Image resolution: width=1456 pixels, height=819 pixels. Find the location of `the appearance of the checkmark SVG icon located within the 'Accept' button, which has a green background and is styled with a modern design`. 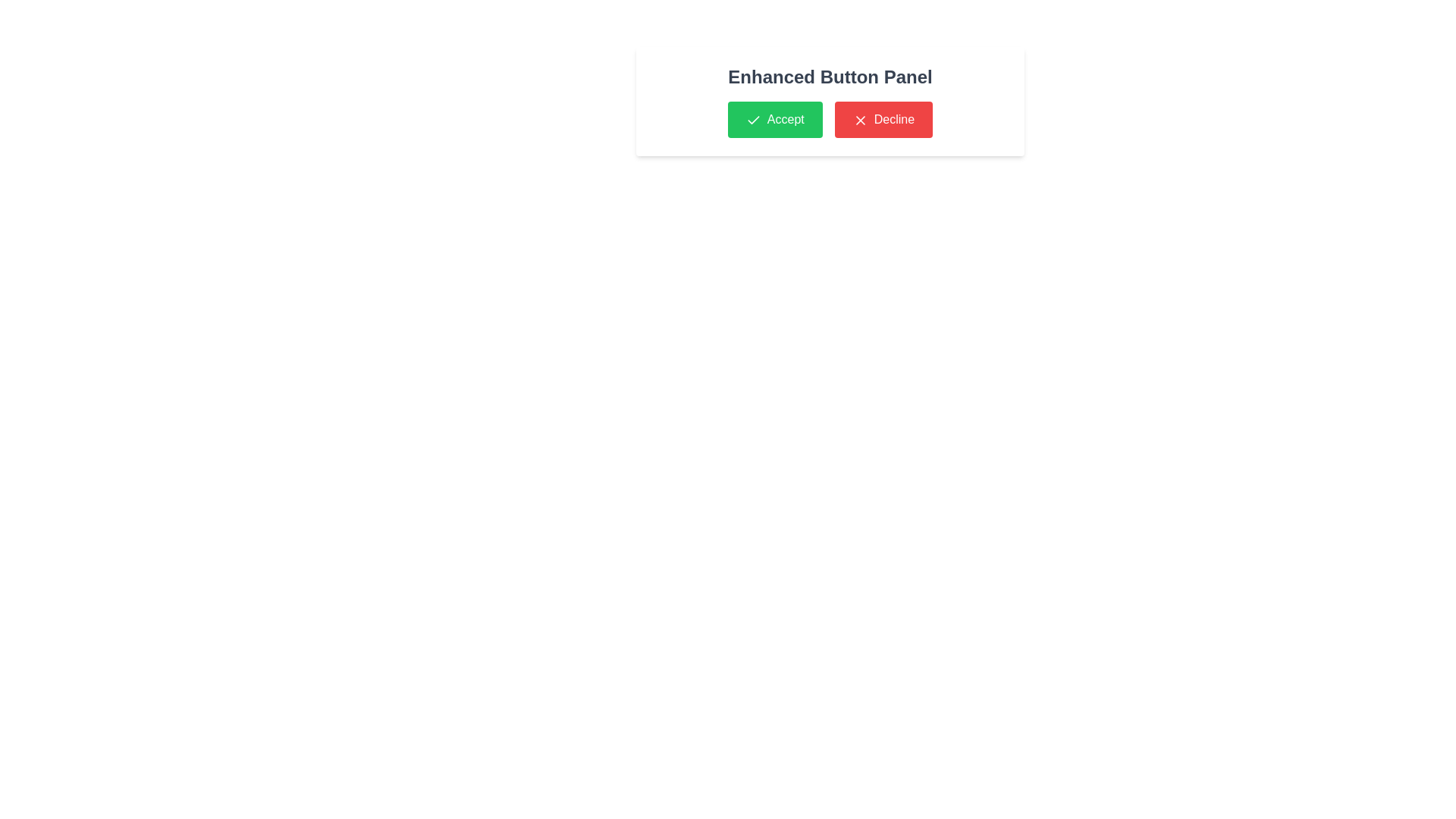

the appearance of the checkmark SVG icon located within the 'Accept' button, which has a green background and is styled with a modern design is located at coordinates (753, 119).